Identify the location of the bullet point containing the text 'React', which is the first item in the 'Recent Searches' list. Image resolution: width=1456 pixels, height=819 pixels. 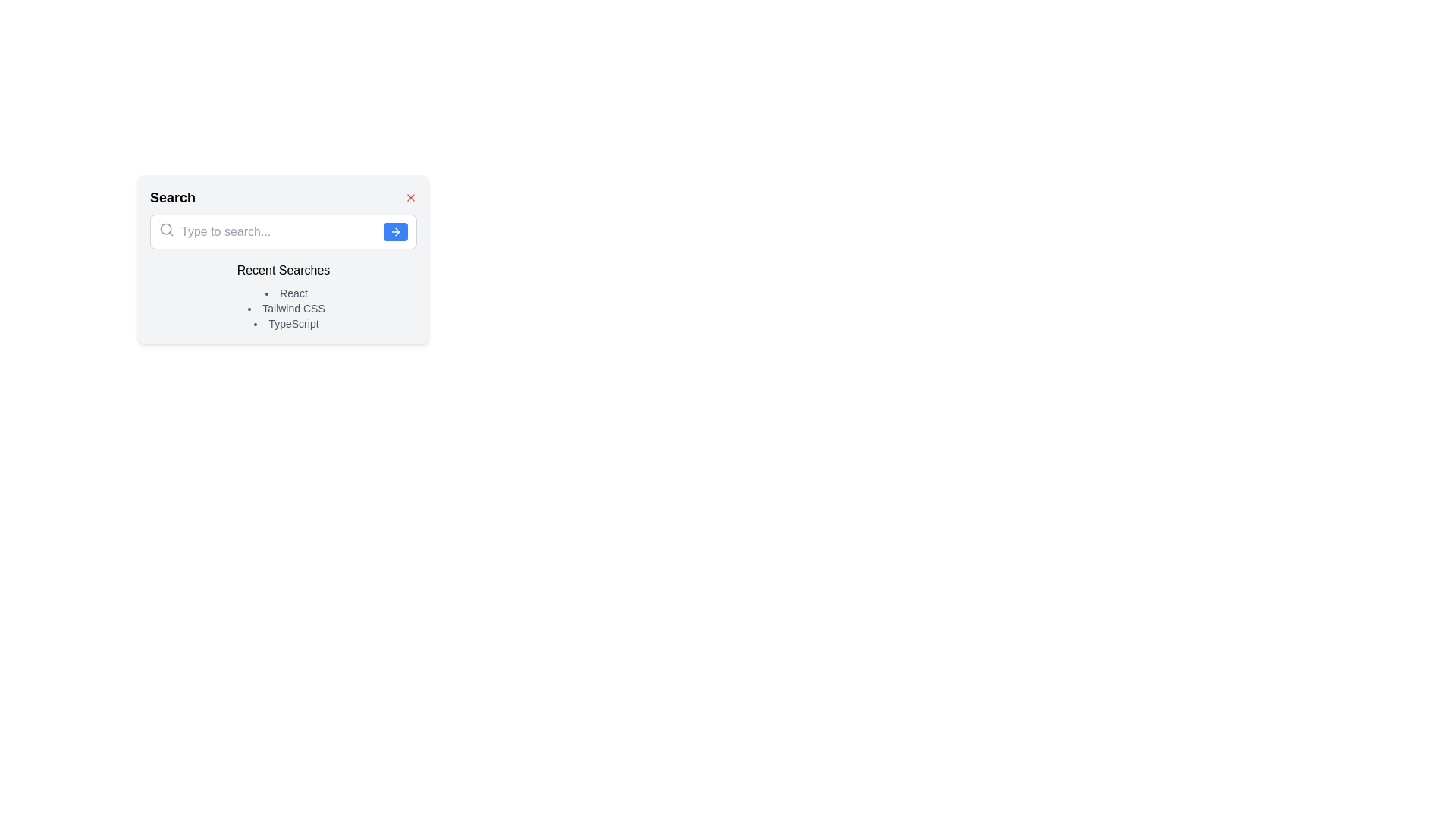
(287, 293).